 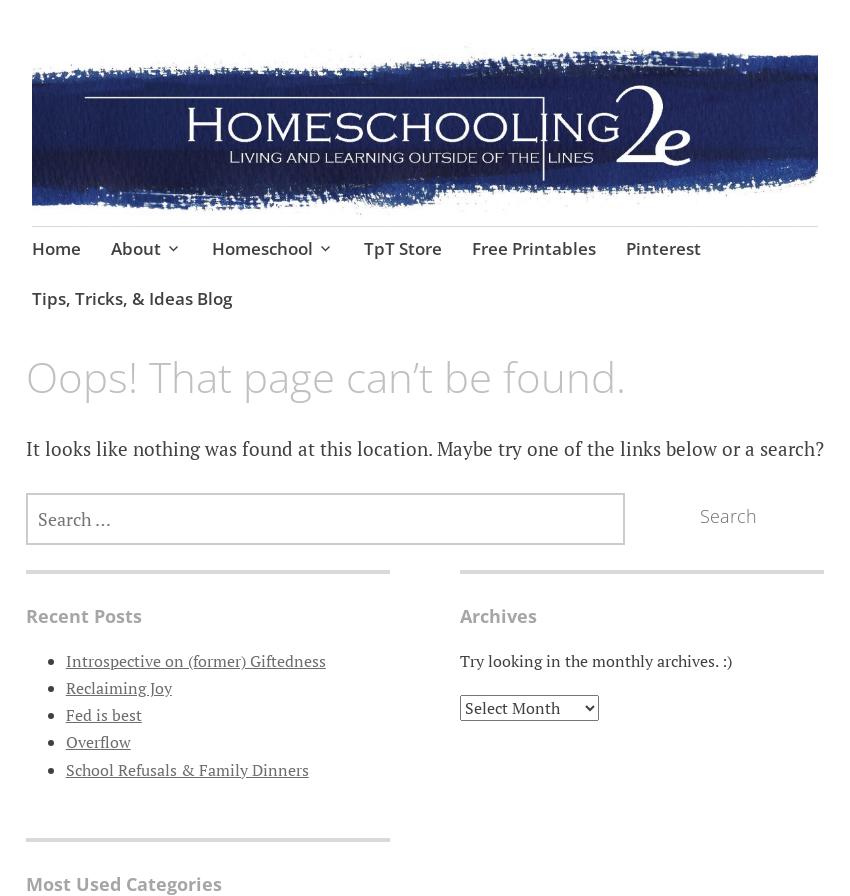 What do you see at coordinates (423, 447) in the screenshot?
I see `'It looks like nothing was found at this location. Maybe try one of the links below or a search?'` at bounding box center [423, 447].